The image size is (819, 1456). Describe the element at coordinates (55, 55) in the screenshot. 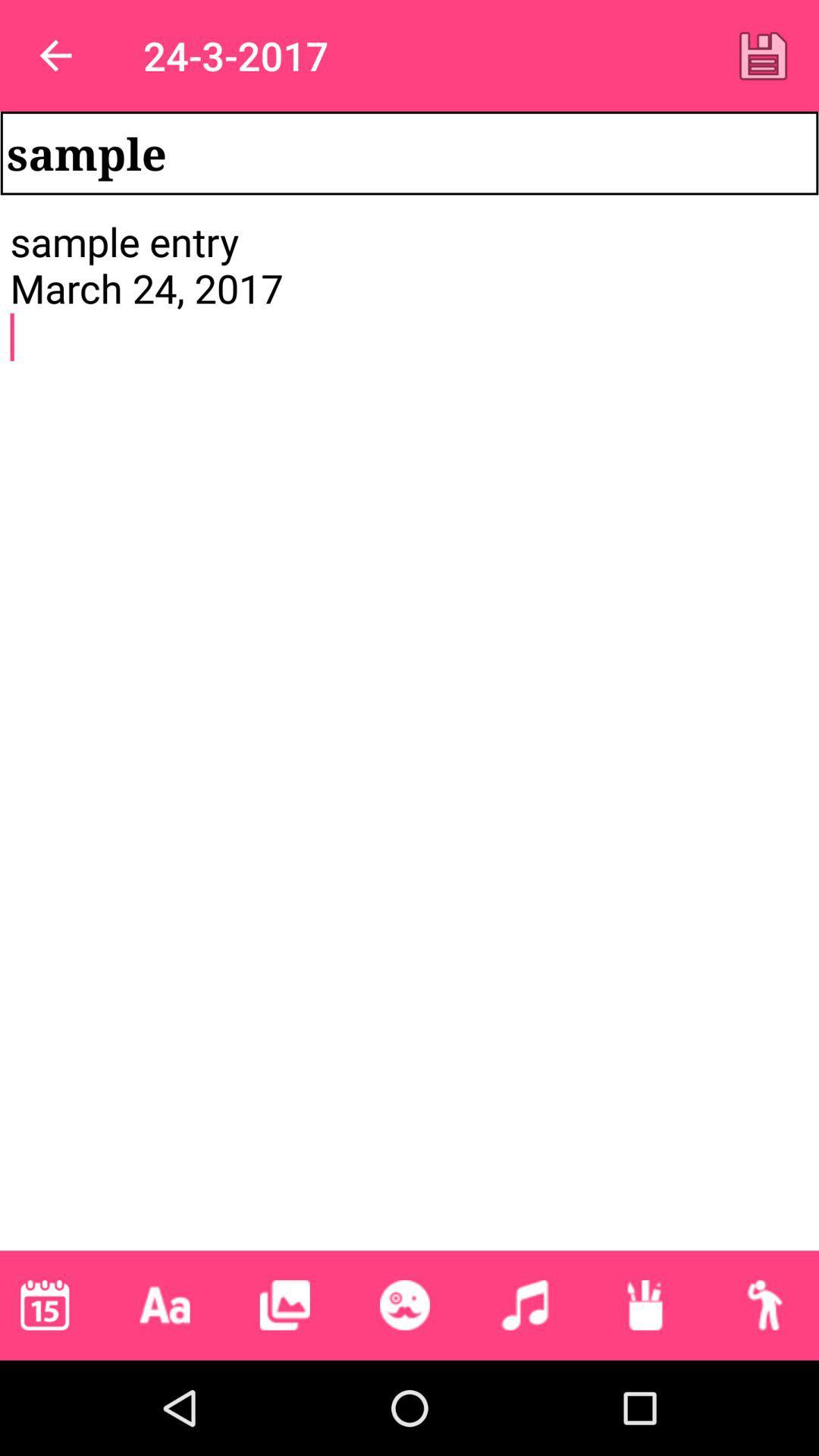

I see `the app to the left of 24-3-2017 app` at that location.